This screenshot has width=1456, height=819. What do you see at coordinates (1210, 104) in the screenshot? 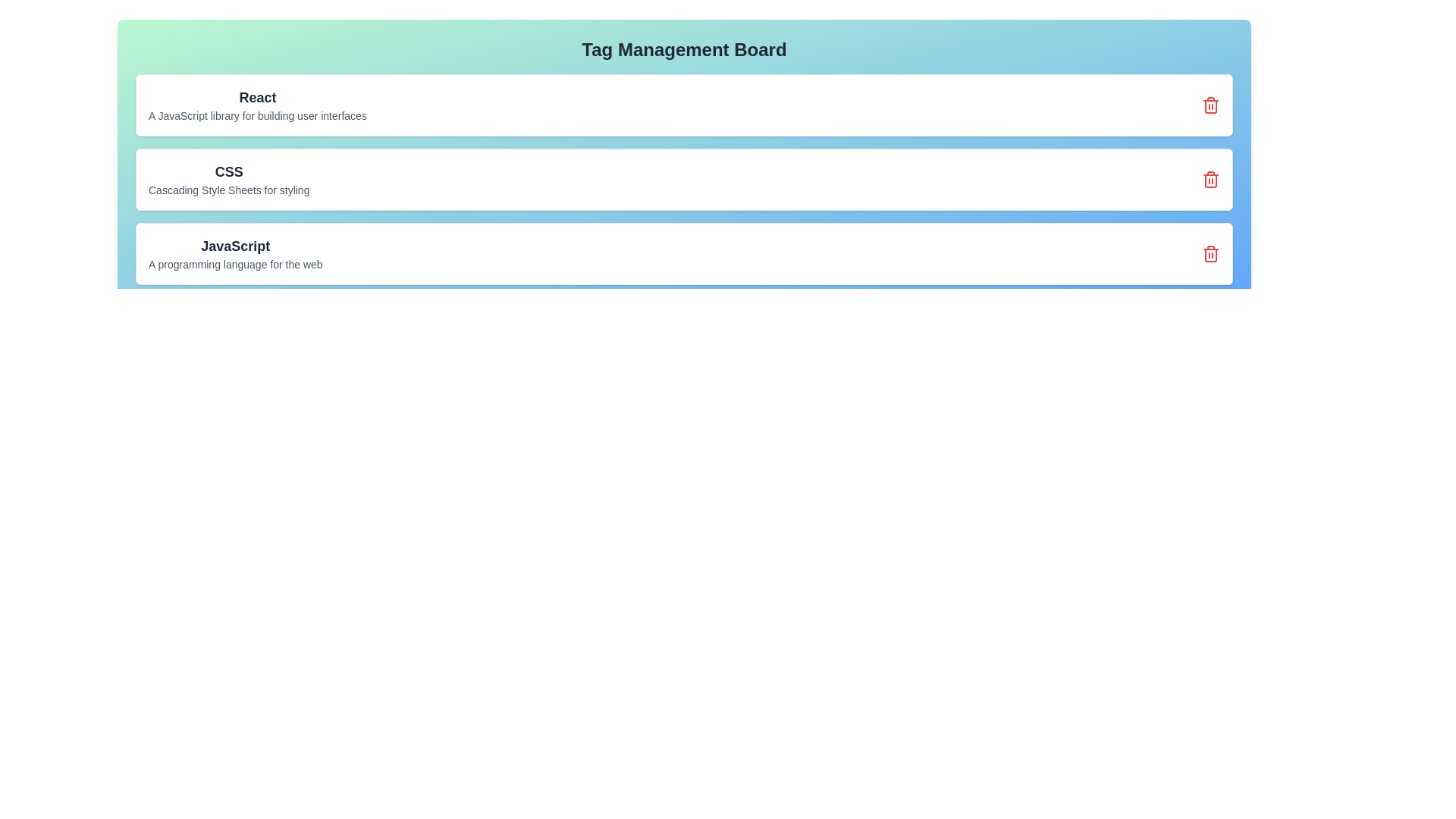
I see `delete button corresponding to the tag React to remove it` at bounding box center [1210, 104].